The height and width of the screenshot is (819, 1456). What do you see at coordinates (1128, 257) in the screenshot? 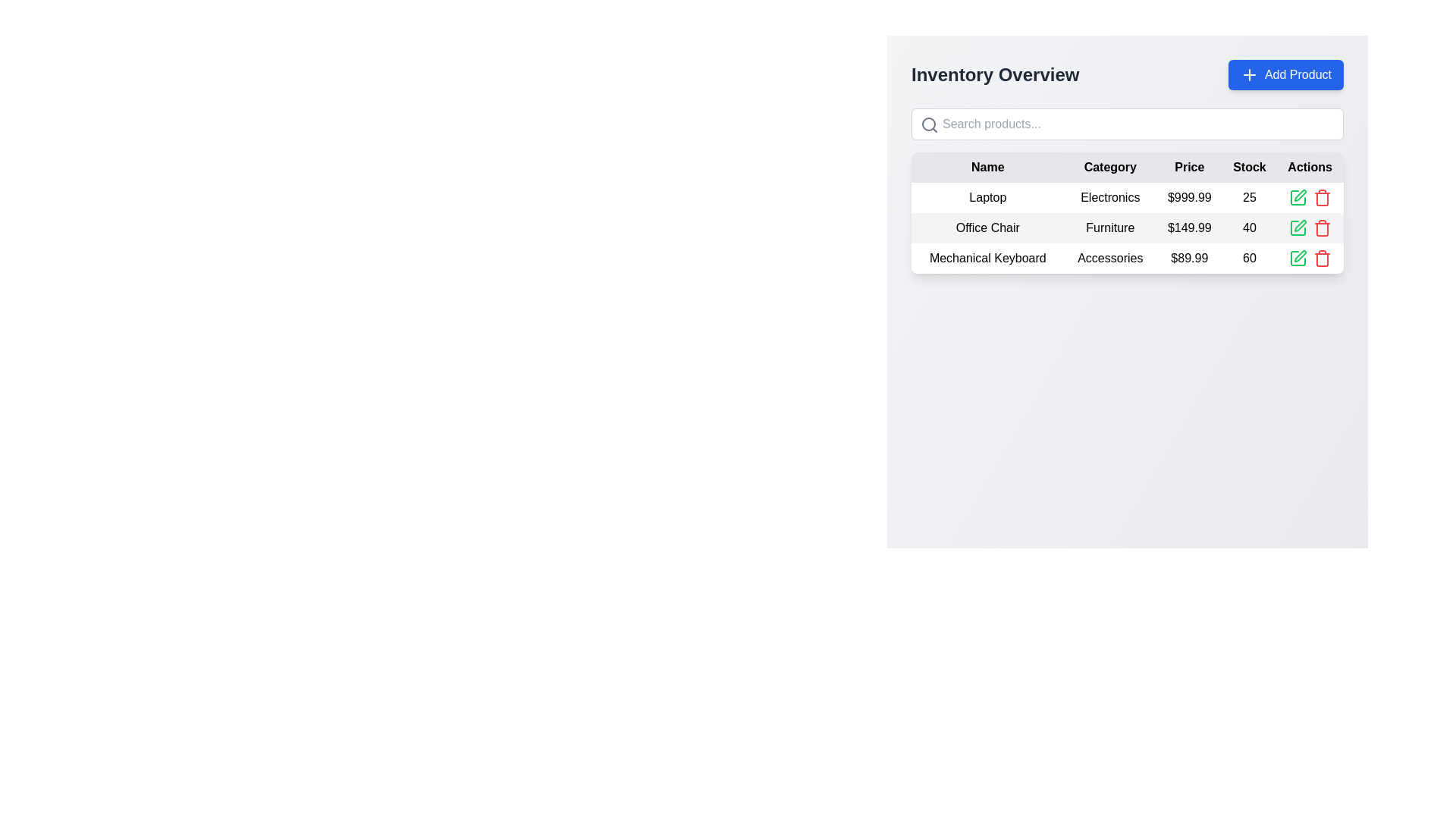
I see `the third row in the 'Inventory Overview' table that contains product information for 'Mechanical Keyboard'` at bounding box center [1128, 257].